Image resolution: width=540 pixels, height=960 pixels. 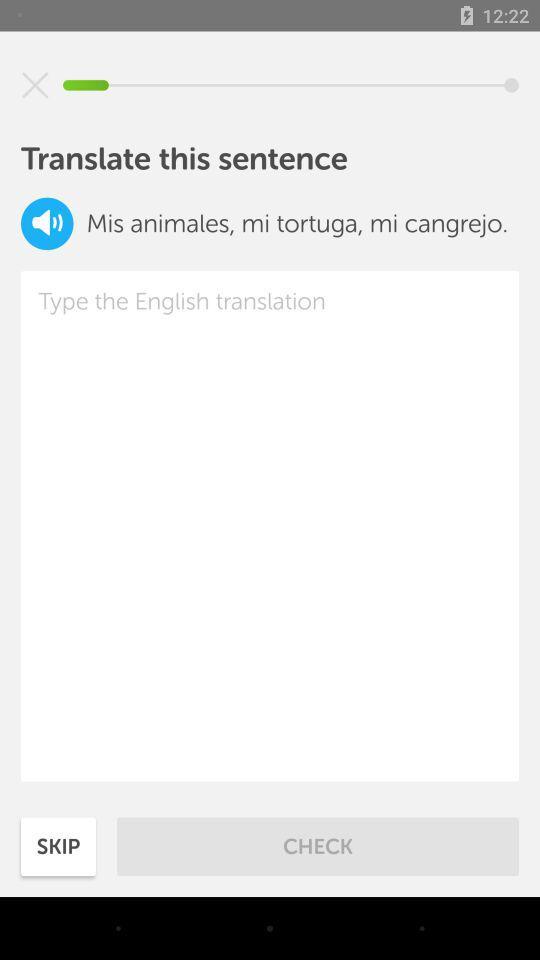 What do you see at coordinates (47, 223) in the screenshot?
I see `auto play` at bounding box center [47, 223].